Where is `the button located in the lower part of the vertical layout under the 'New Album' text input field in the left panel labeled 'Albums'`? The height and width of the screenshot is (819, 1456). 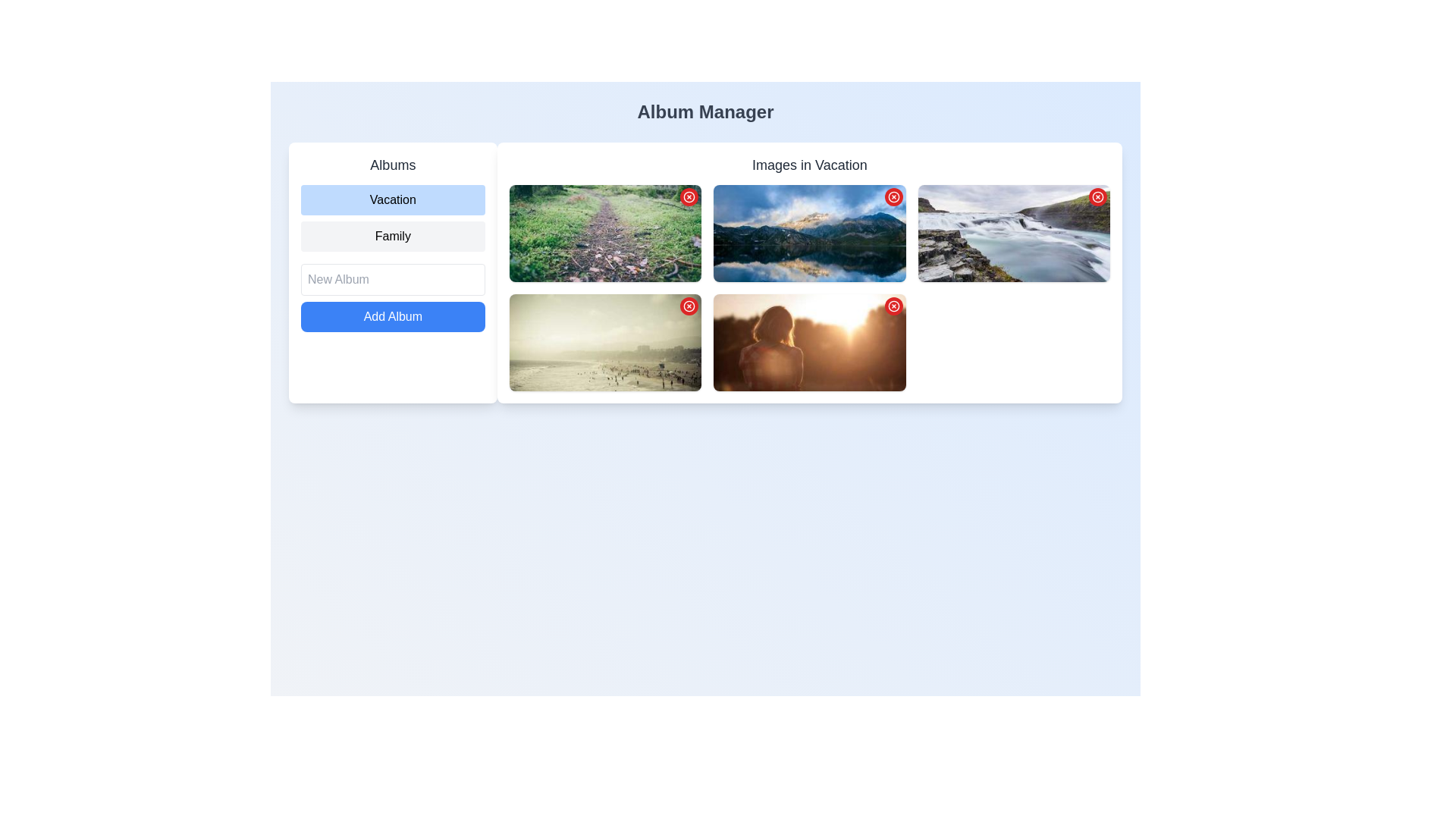 the button located in the lower part of the vertical layout under the 'New Album' text input field in the left panel labeled 'Albums' is located at coordinates (393, 315).